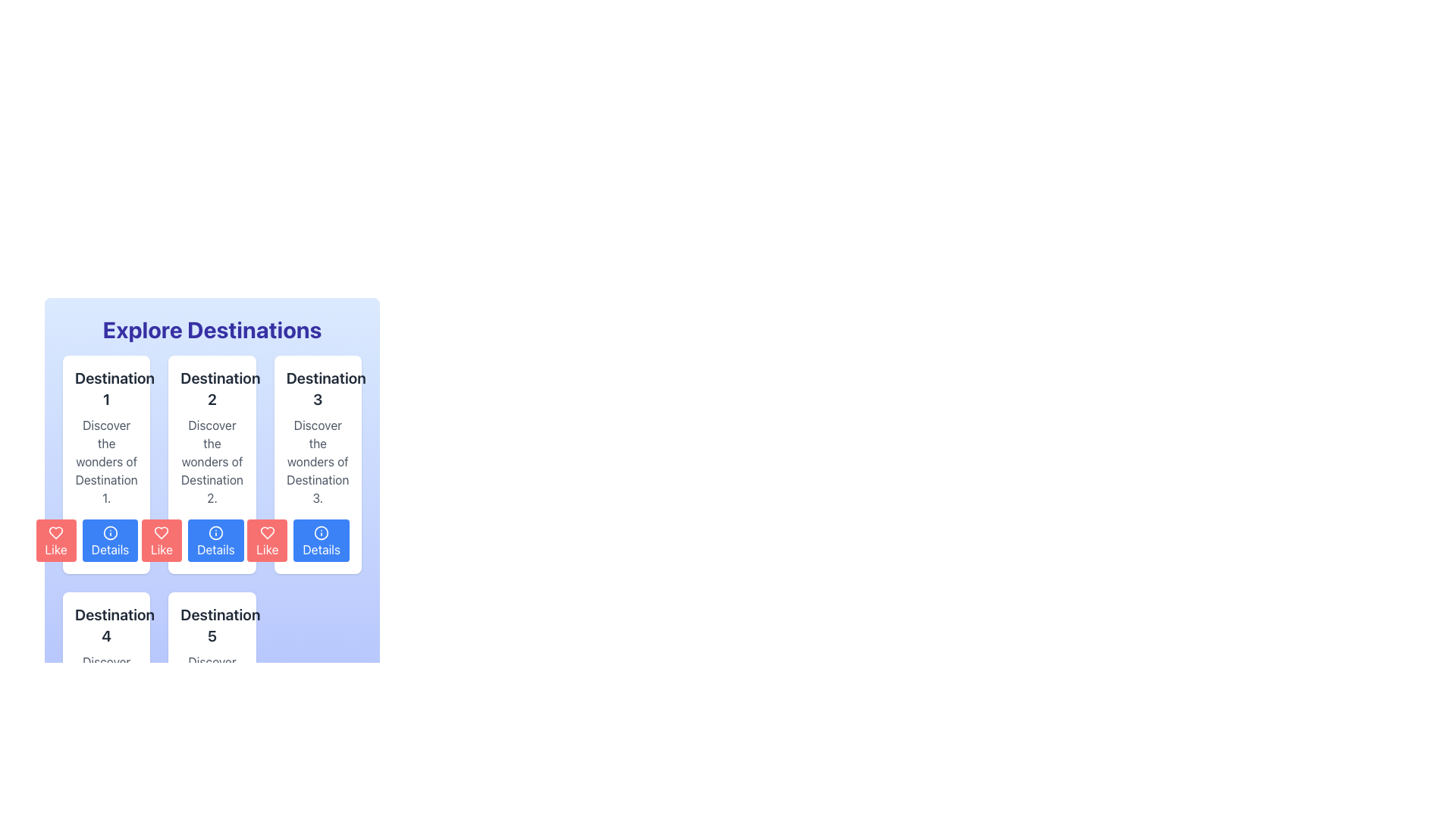  Describe the element at coordinates (317, 540) in the screenshot. I see `the button located in the bottom right corner of the card labeled 'Destination 3' in the 'Explore Destinations' grid` at that location.